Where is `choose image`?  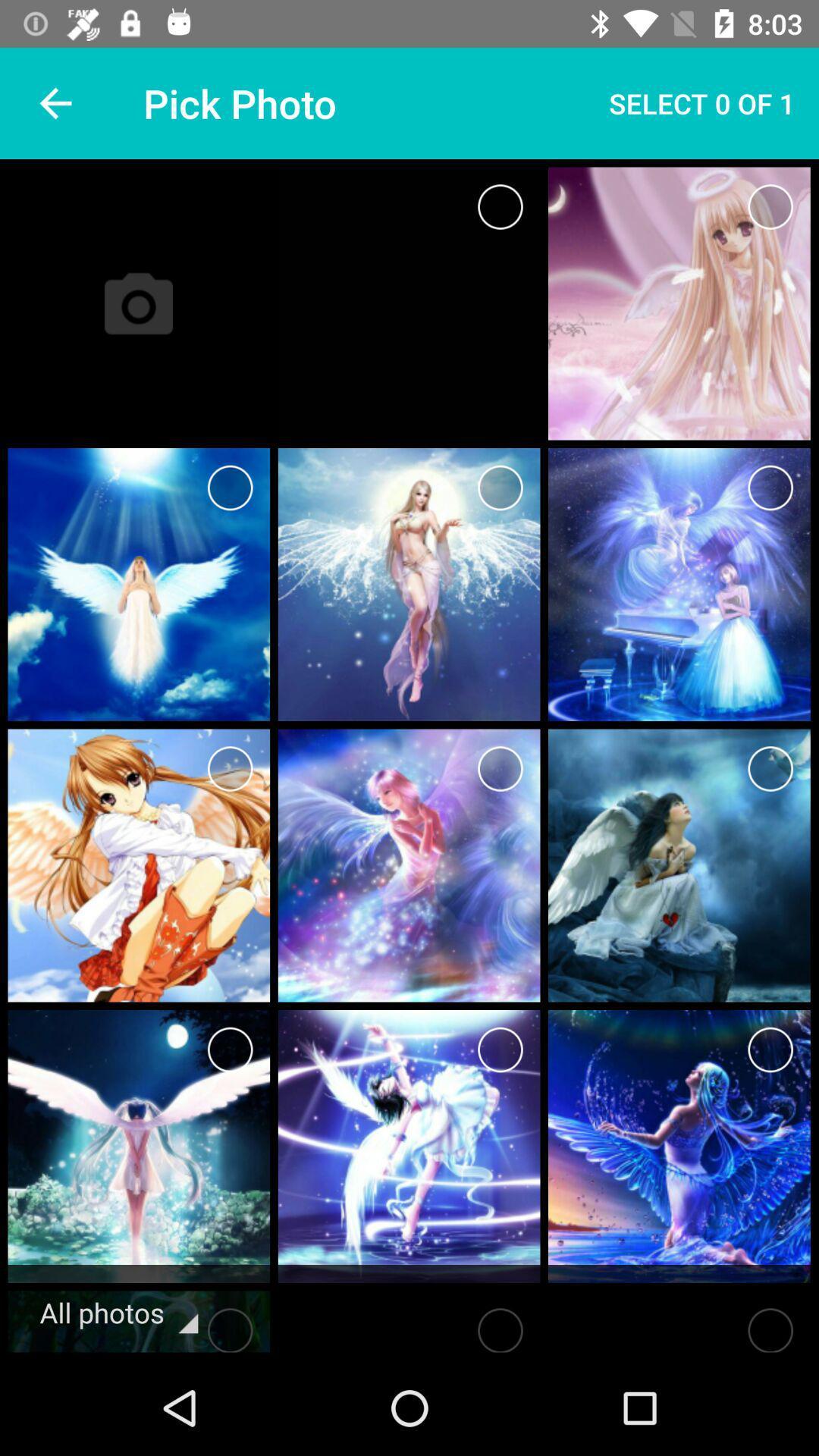
choose image is located at coordinates (770, 768).